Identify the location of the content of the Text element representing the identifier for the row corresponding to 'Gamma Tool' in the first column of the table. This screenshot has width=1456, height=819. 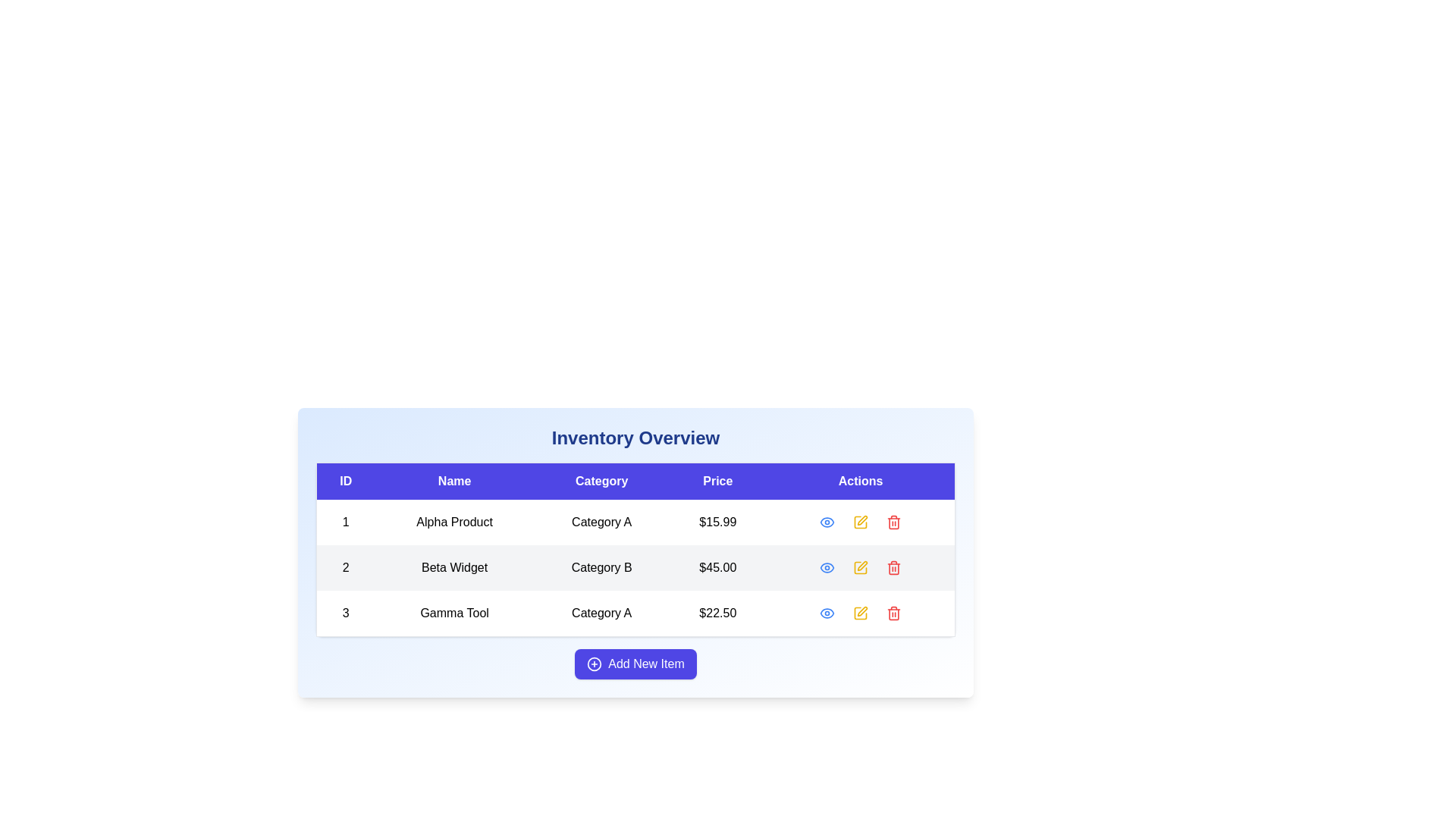
(345, 613).